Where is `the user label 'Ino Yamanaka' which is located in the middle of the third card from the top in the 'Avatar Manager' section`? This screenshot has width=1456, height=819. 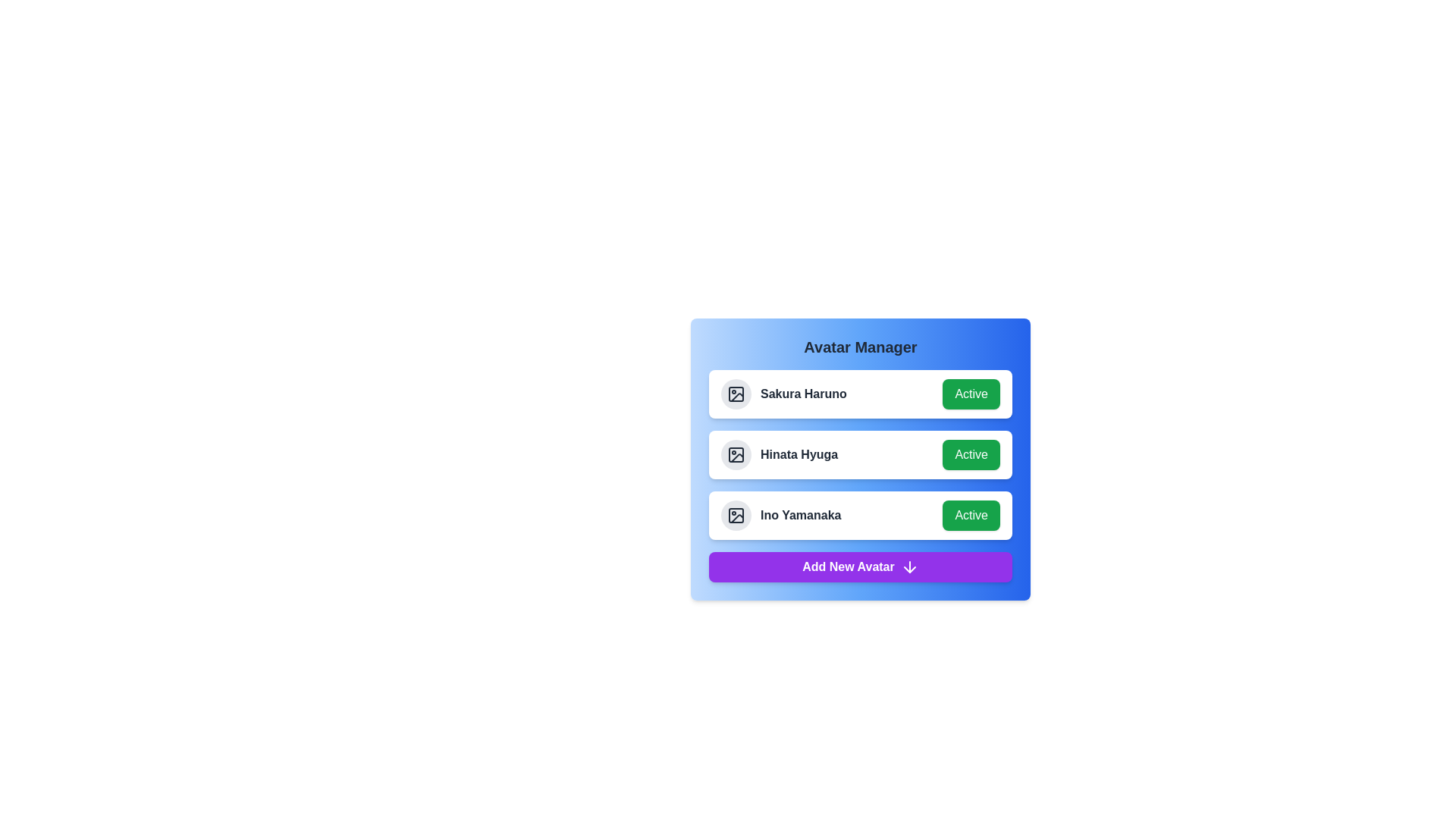
the user label 'Ino Yamanaka' which is located in the middle of the third card from the top in the 'Avatar Manager' section is located at coordinates (781, 514).